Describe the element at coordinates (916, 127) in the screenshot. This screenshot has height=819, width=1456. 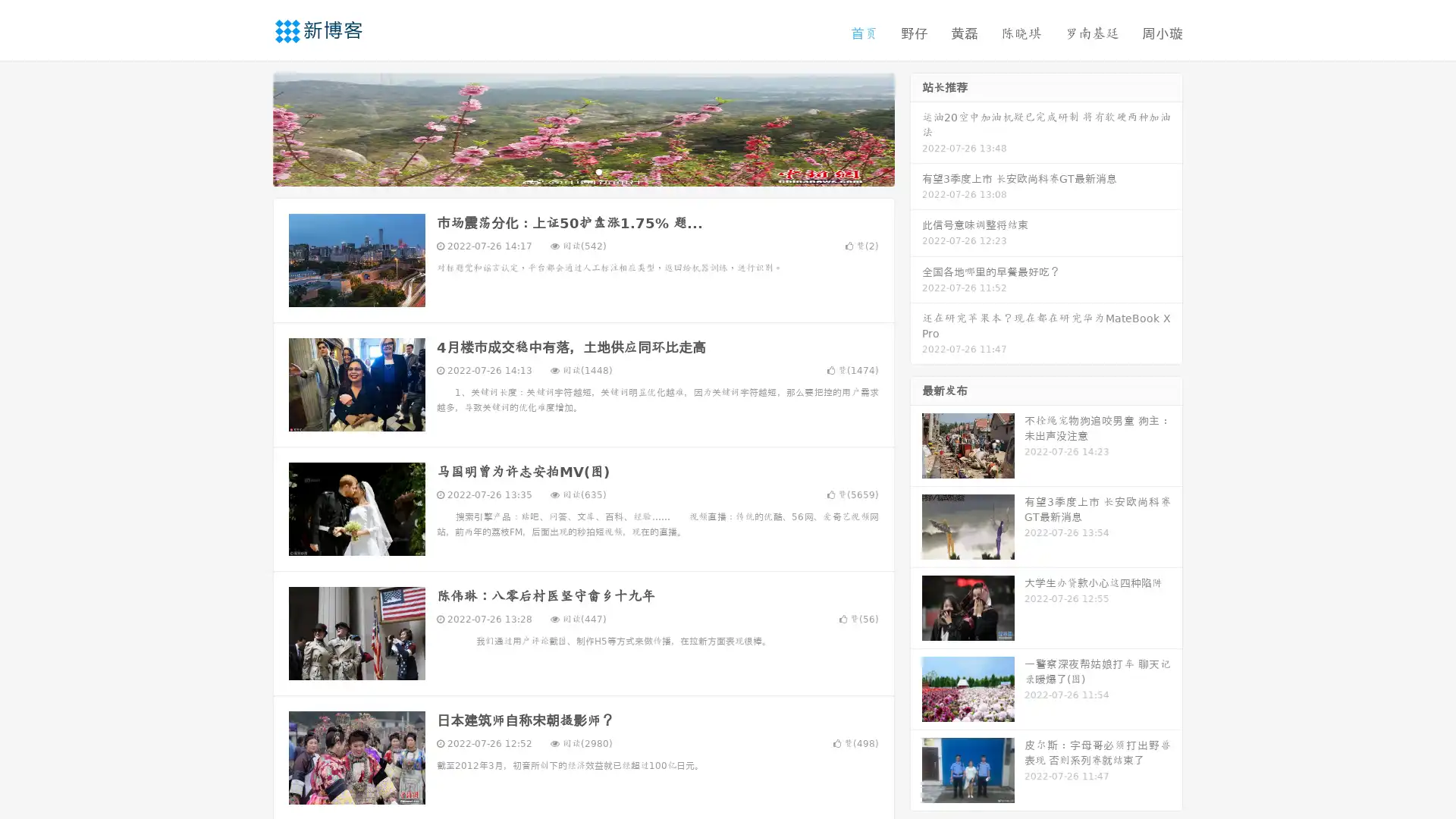
I see `Next slide` at that location.